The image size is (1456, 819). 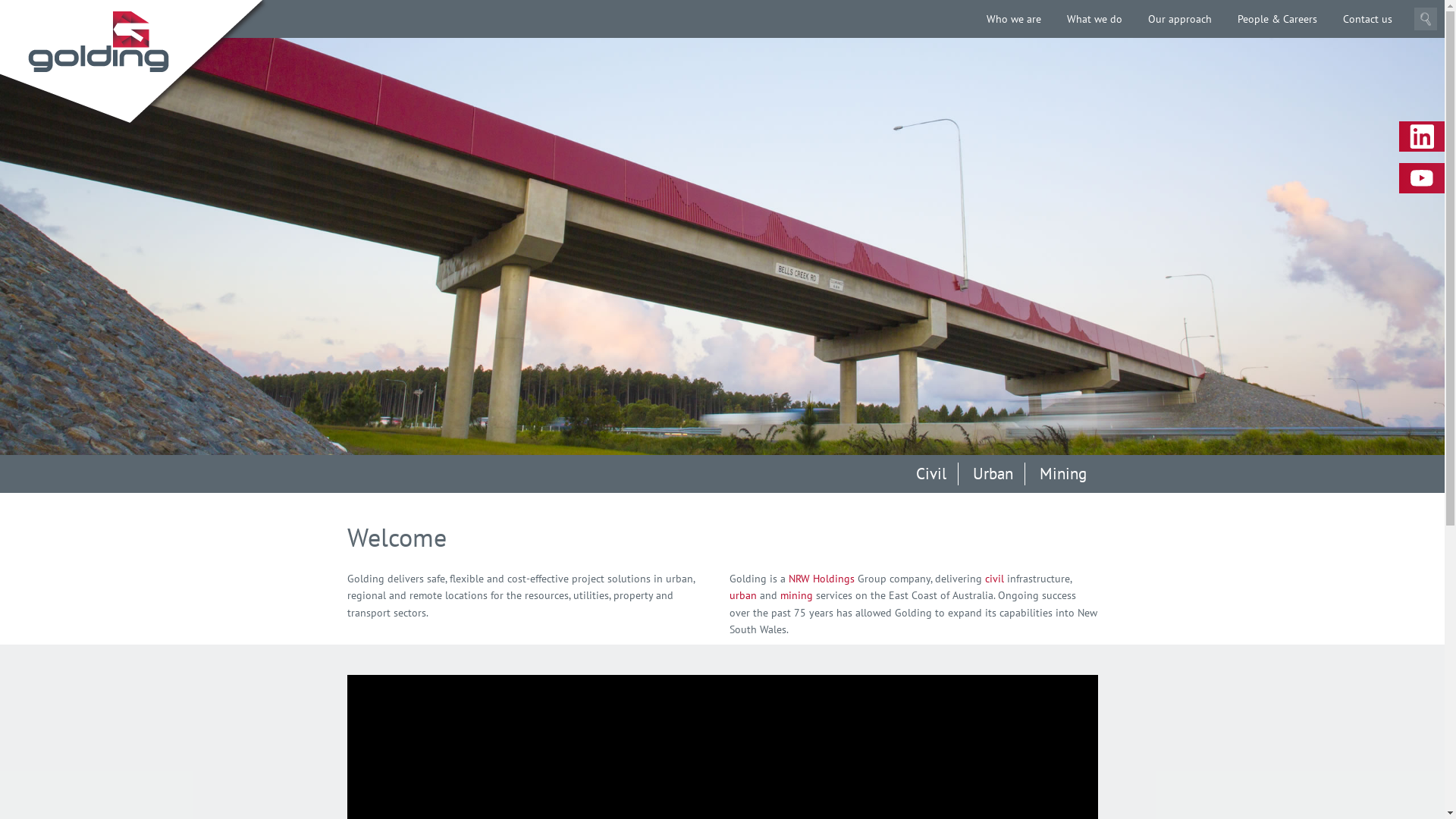 I want to click on 'What we do', so click(x=1094, y=18).